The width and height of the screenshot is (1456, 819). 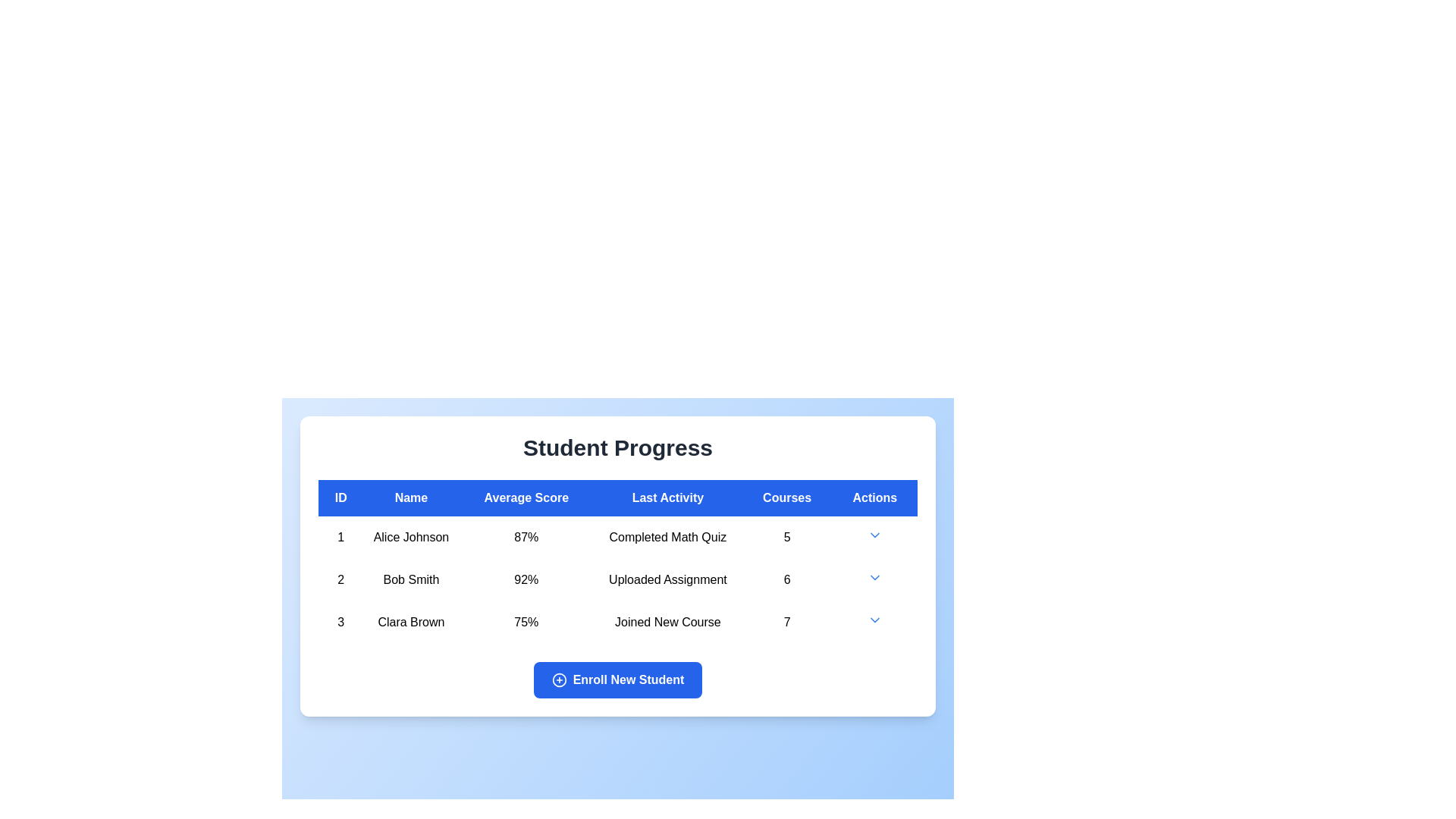 I want to click on the circular blue icon with a white plus symbol, which is located to the left of the 'Enroll New Student' button, so click(x=558, y=679).